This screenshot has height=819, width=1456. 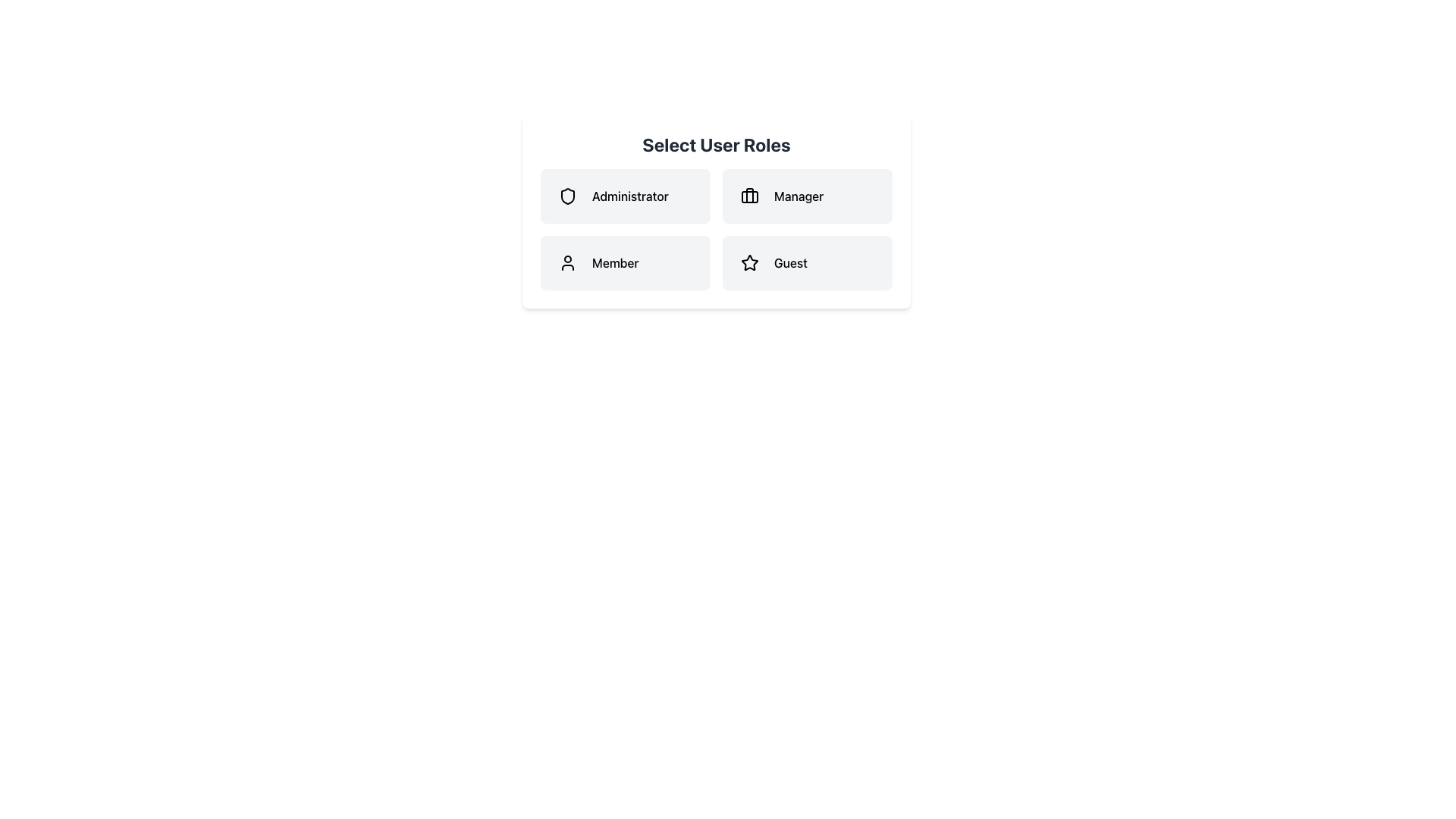 What do you see at coordinates (749, 262) in the screenshot?
I see `the decorative icon representing the 'Guest' role, which is the leftmost component in the 'Guest' role option, aligned alongside the text 'Guest'` at bounding box center [749, 262].